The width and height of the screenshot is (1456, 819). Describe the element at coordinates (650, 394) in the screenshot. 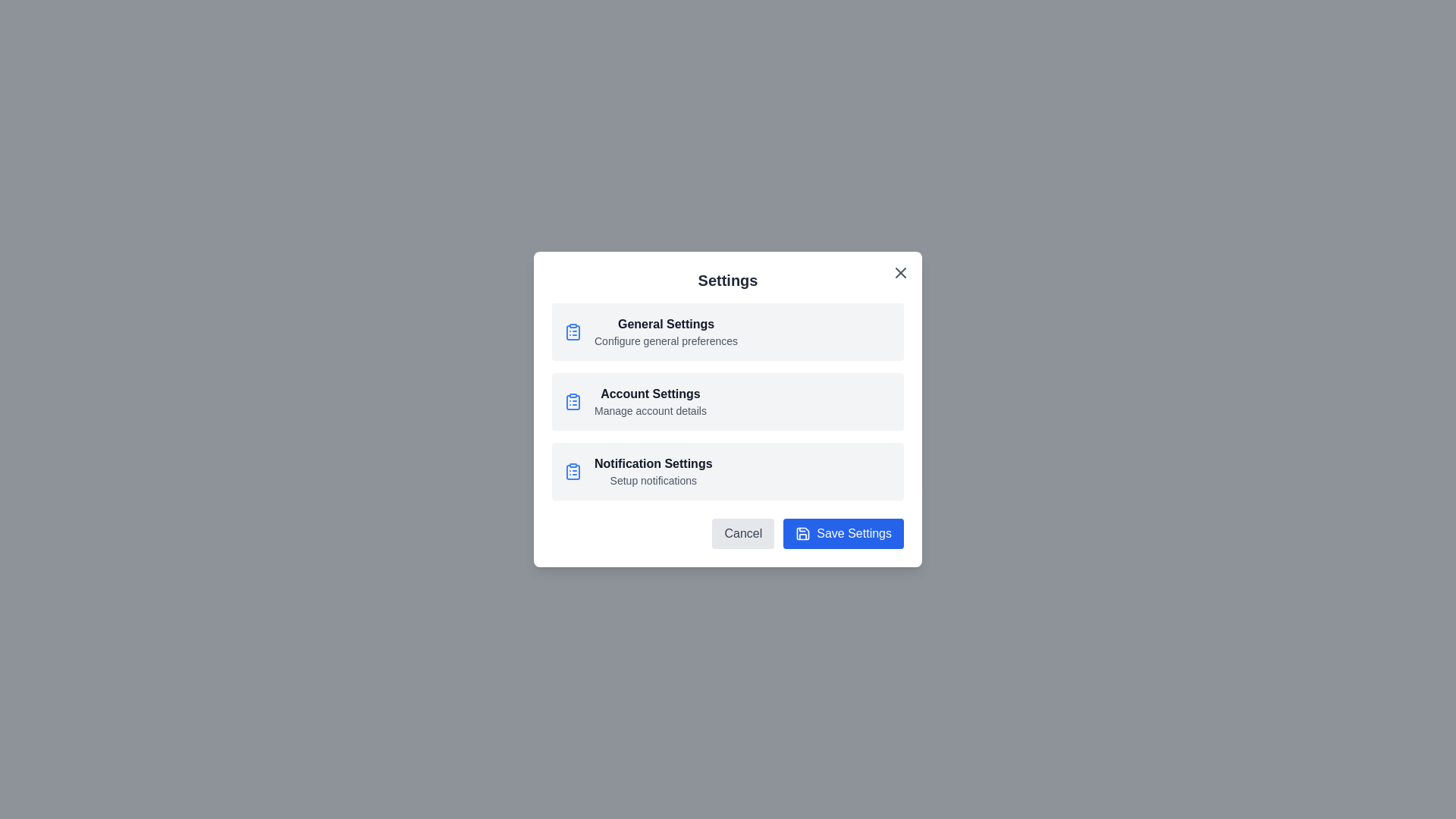

I see `text content of the 'Account Settings' label, which is the top text component in the second row of settings options within the user interface` at that location.